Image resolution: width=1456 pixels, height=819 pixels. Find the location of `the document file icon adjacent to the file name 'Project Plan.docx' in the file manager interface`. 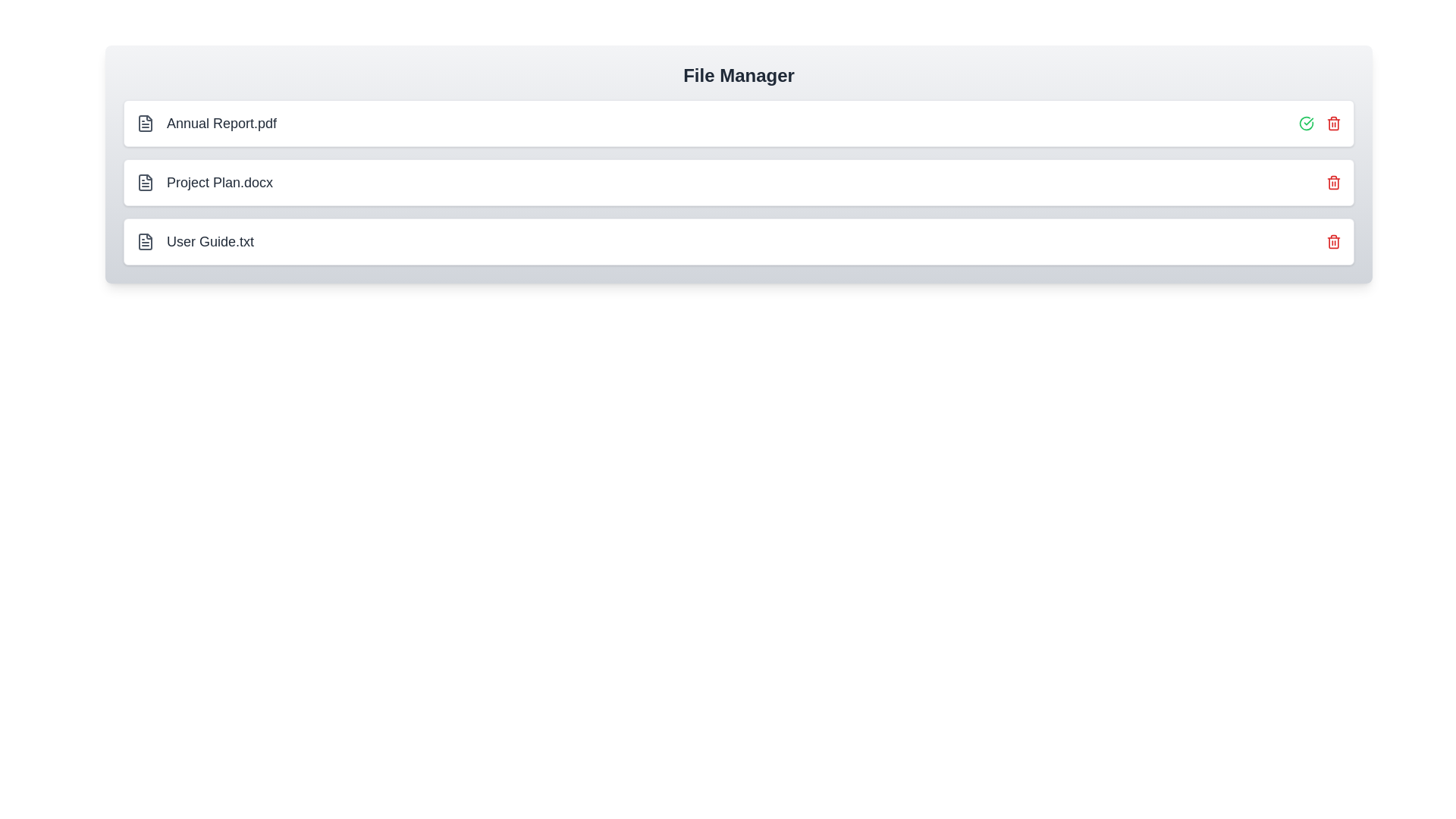

the document file icon adjacent to the file name 'Project Plan.docx' in the file manager interface is located at coordinates (146, 181).